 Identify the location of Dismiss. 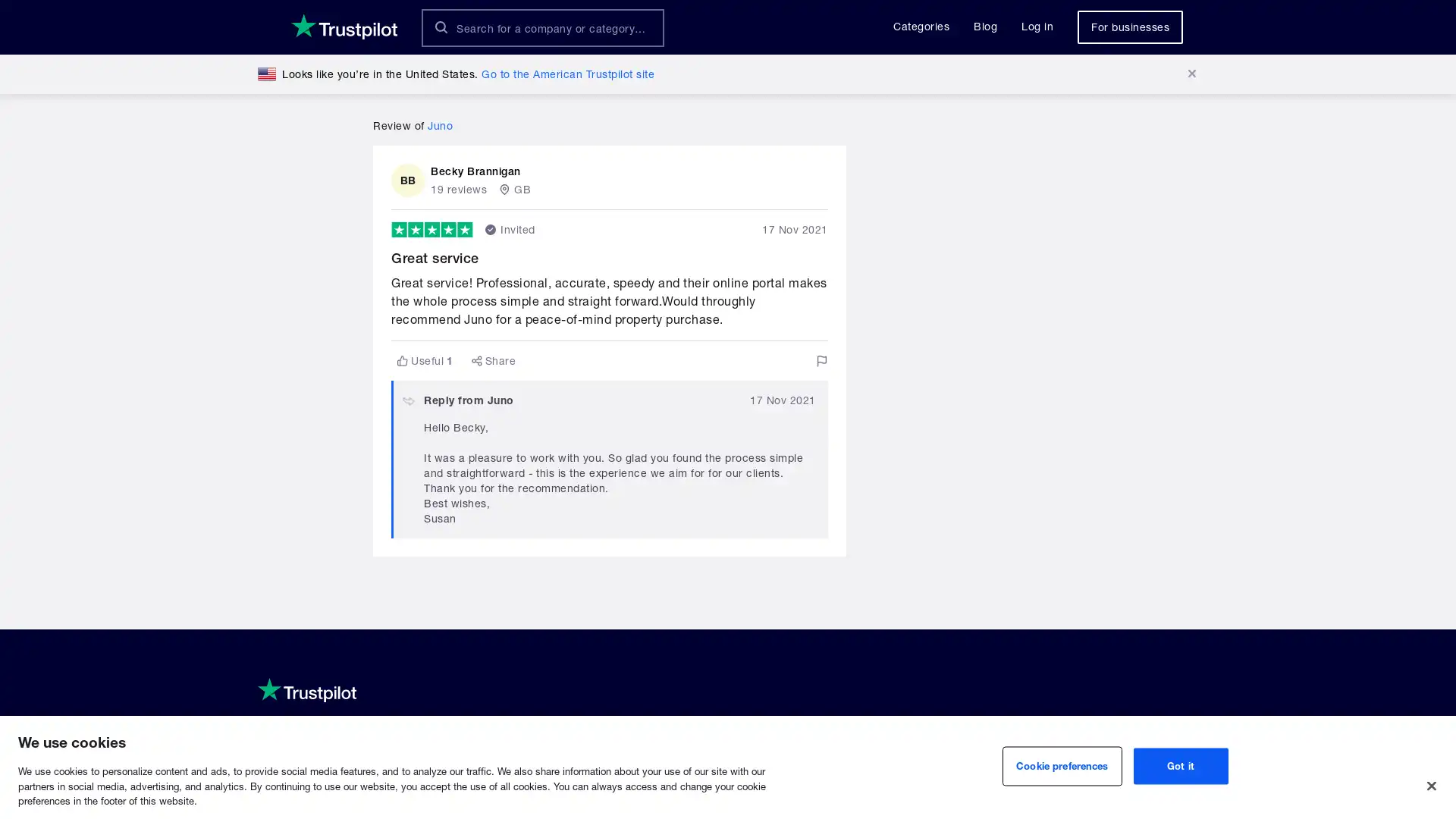
(1191, 74).